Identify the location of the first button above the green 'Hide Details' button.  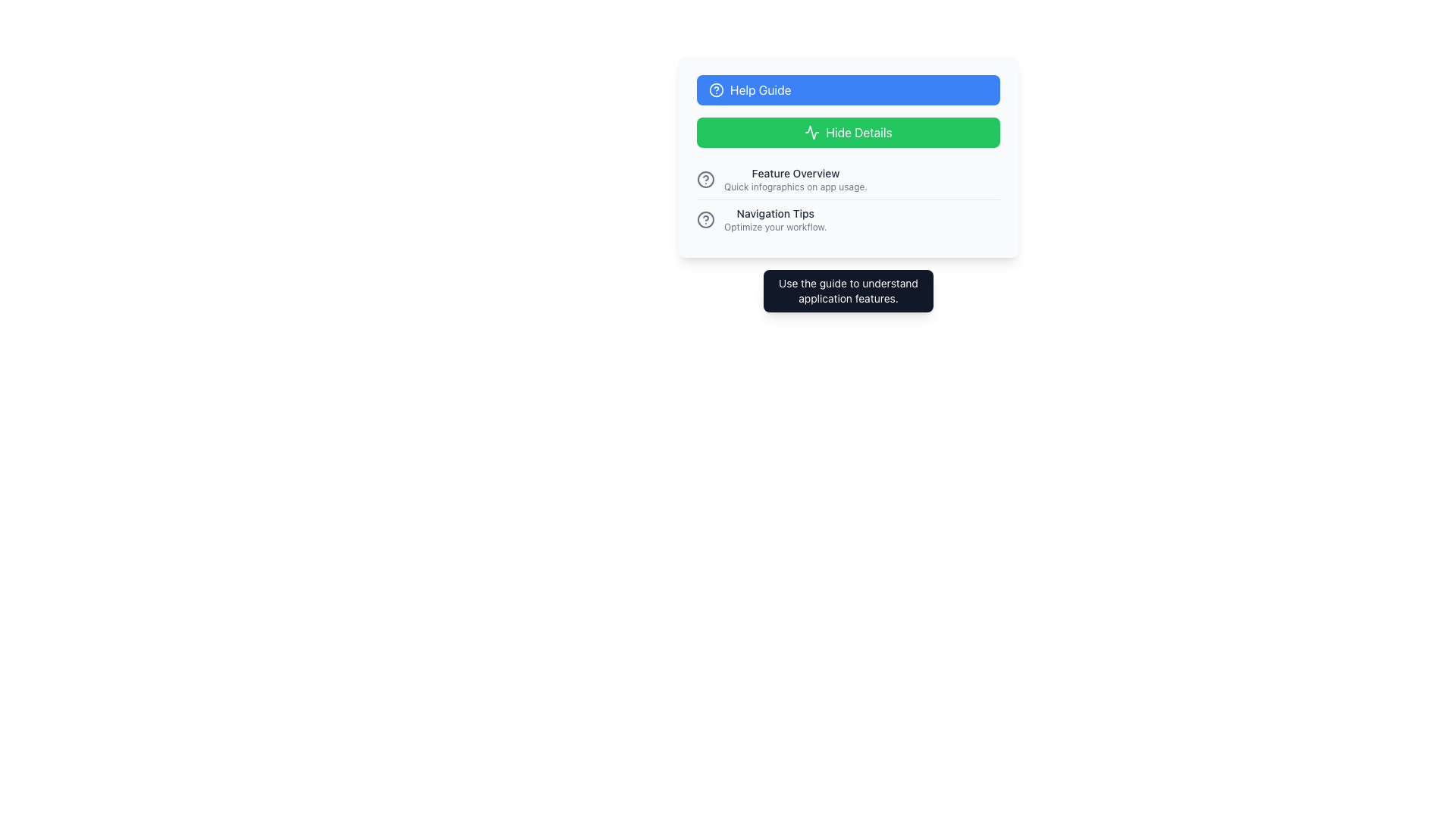
(847, 90).